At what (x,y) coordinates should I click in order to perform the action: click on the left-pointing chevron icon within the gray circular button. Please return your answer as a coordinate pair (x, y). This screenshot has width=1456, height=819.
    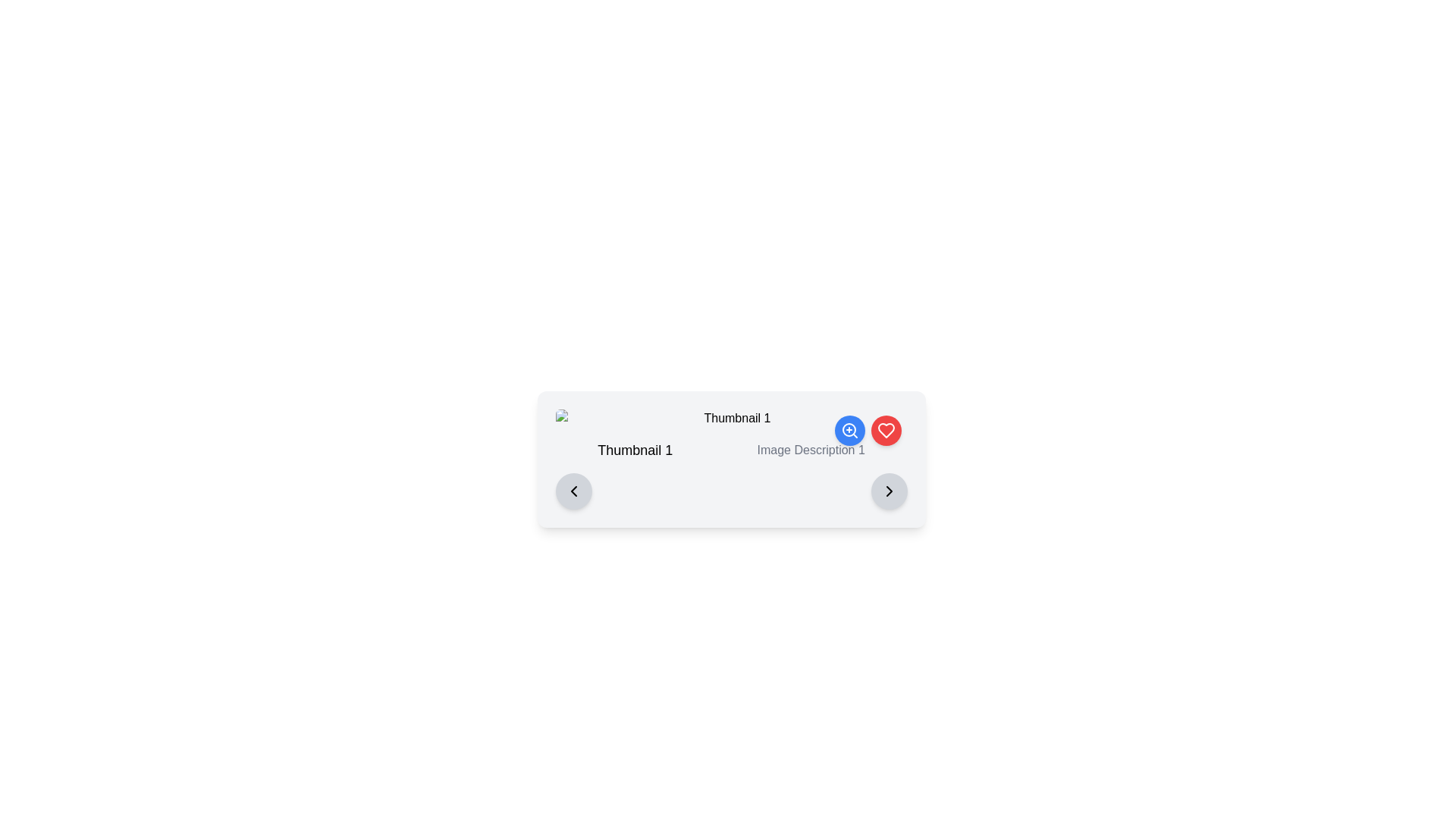
    Looking at the image, I should click on (573, 491).